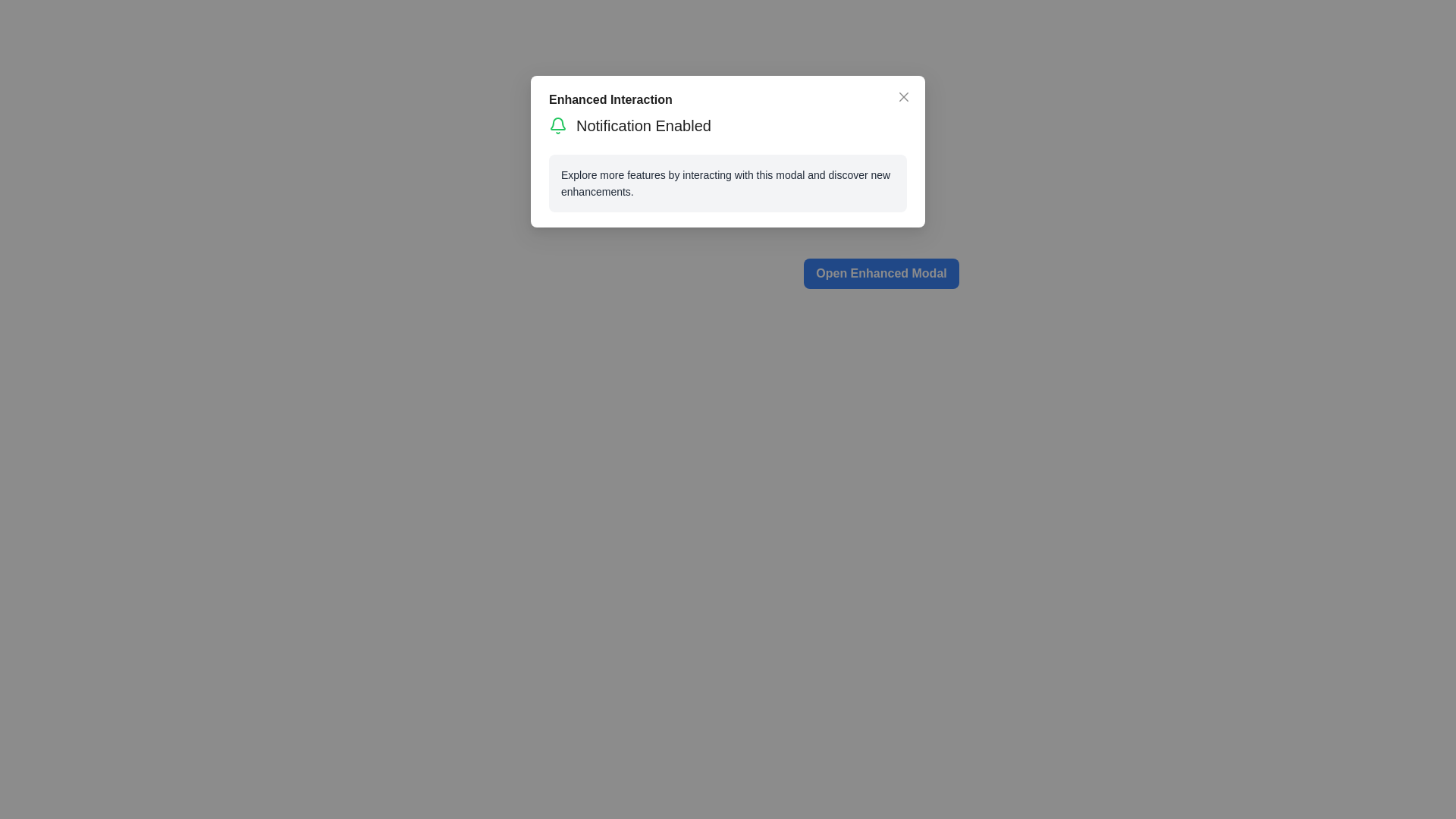 The image size is (1456, 819). What do you see at coordinates (881, 274) in the screenshot?
I see `the rectangular button with a bold blue background and the text 'Open Enhanced Modal'` at bounding box center [881, 274].